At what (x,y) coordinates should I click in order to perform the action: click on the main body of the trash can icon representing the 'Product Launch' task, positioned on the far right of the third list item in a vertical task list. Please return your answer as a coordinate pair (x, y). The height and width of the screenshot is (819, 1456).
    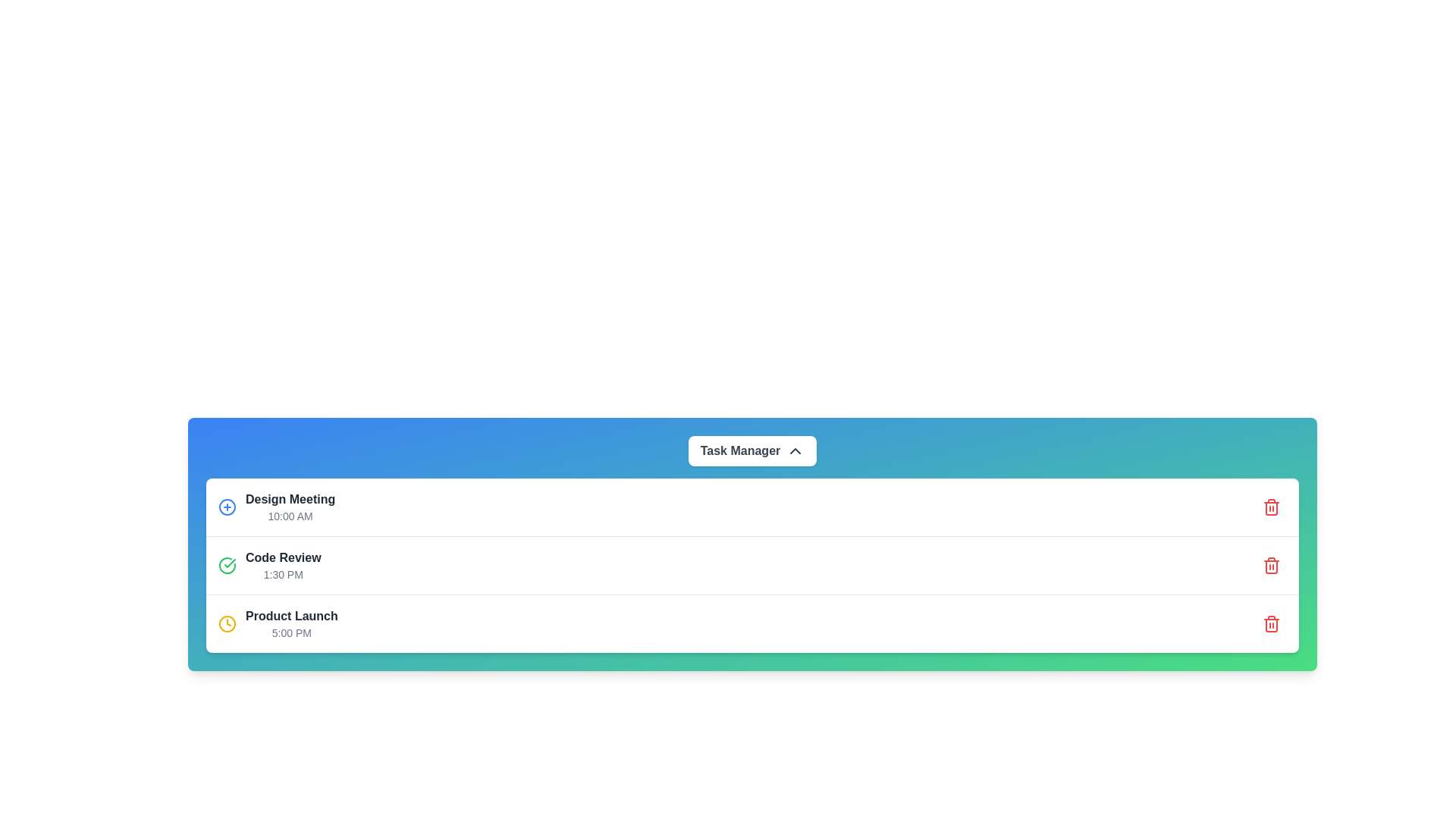
    Looking at the image, I should click on (1271, 567).